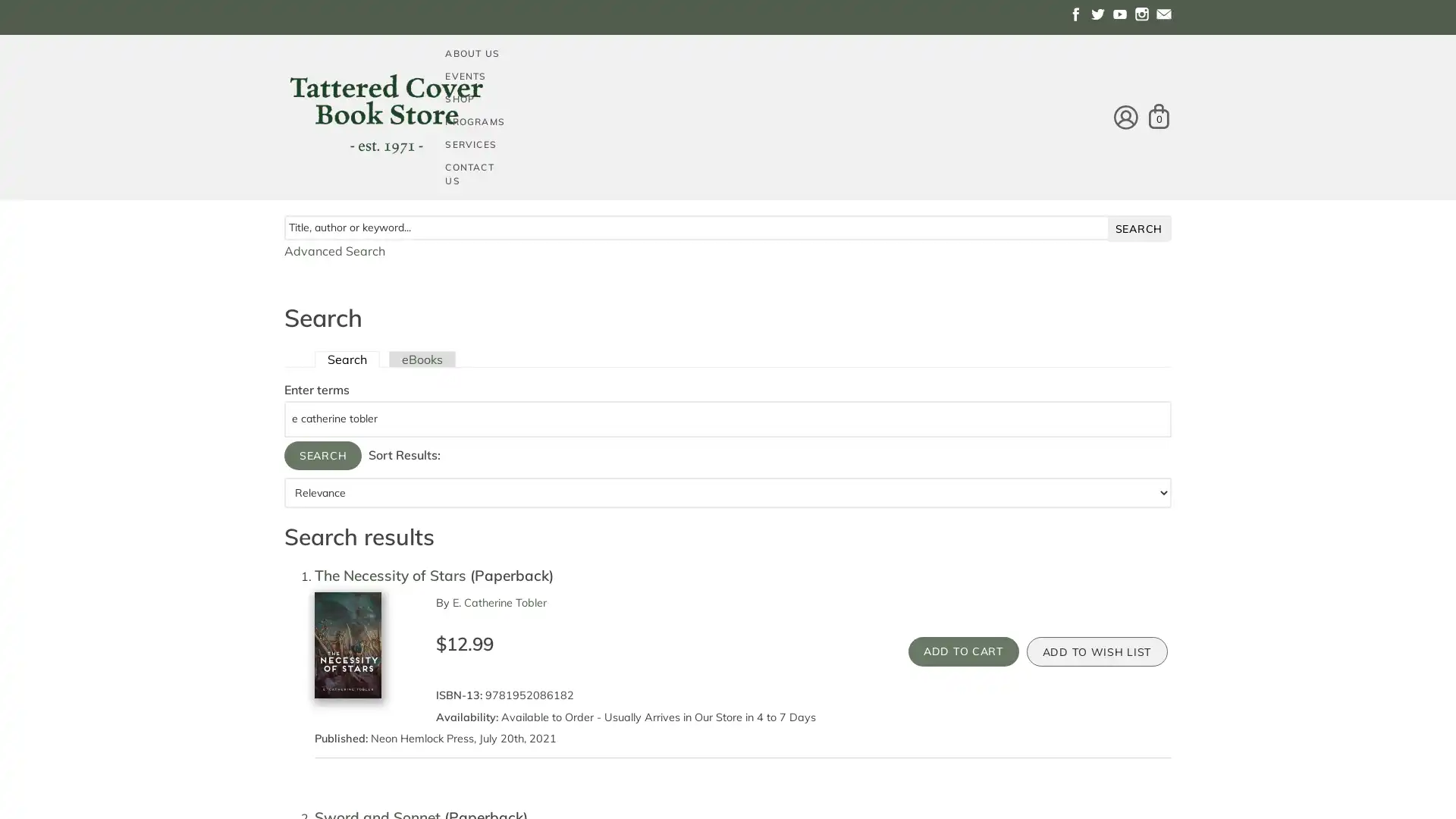  I want to click on Search, so click(322, 454).